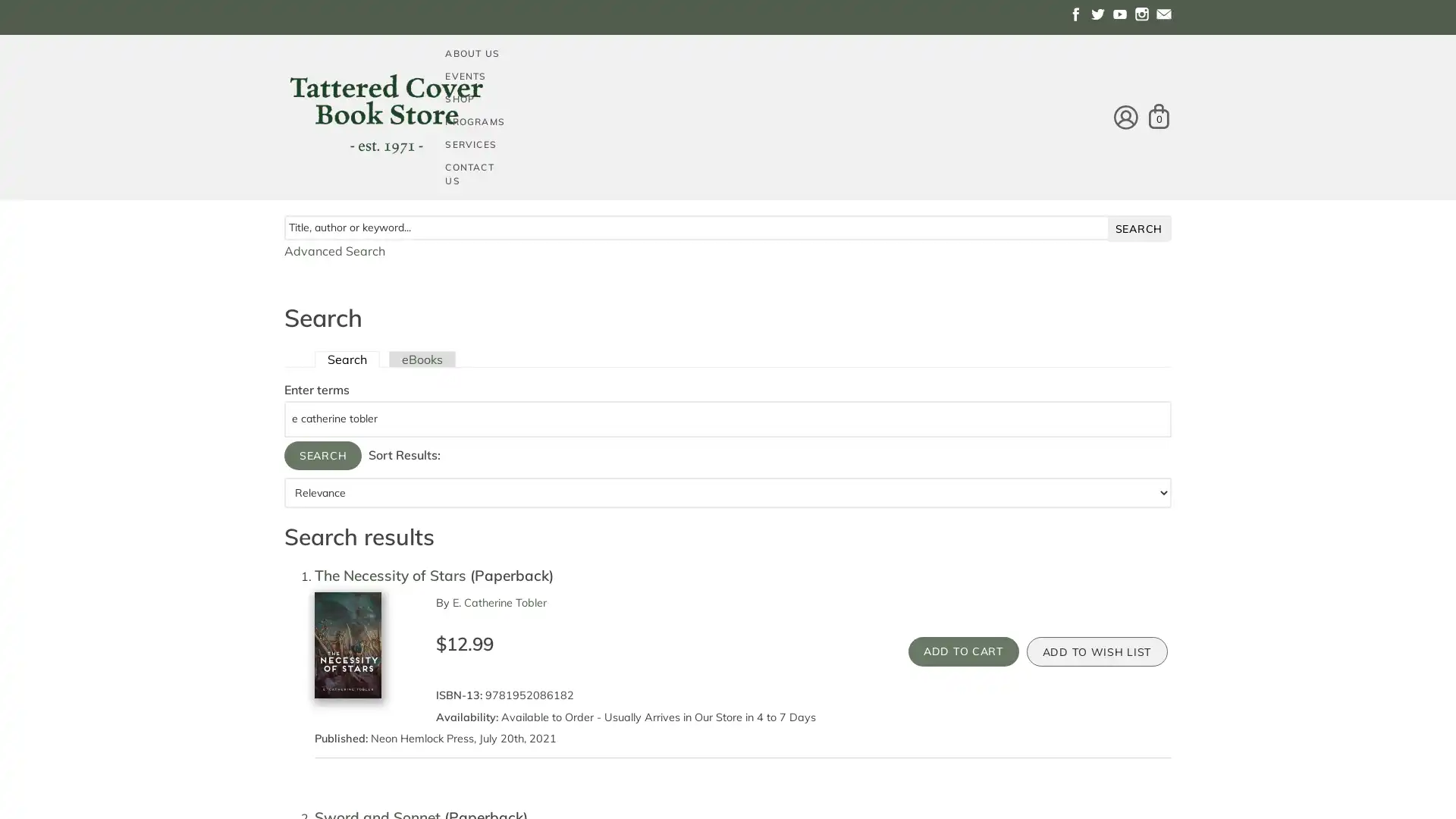  I want to click on Search, so click(322, 454).